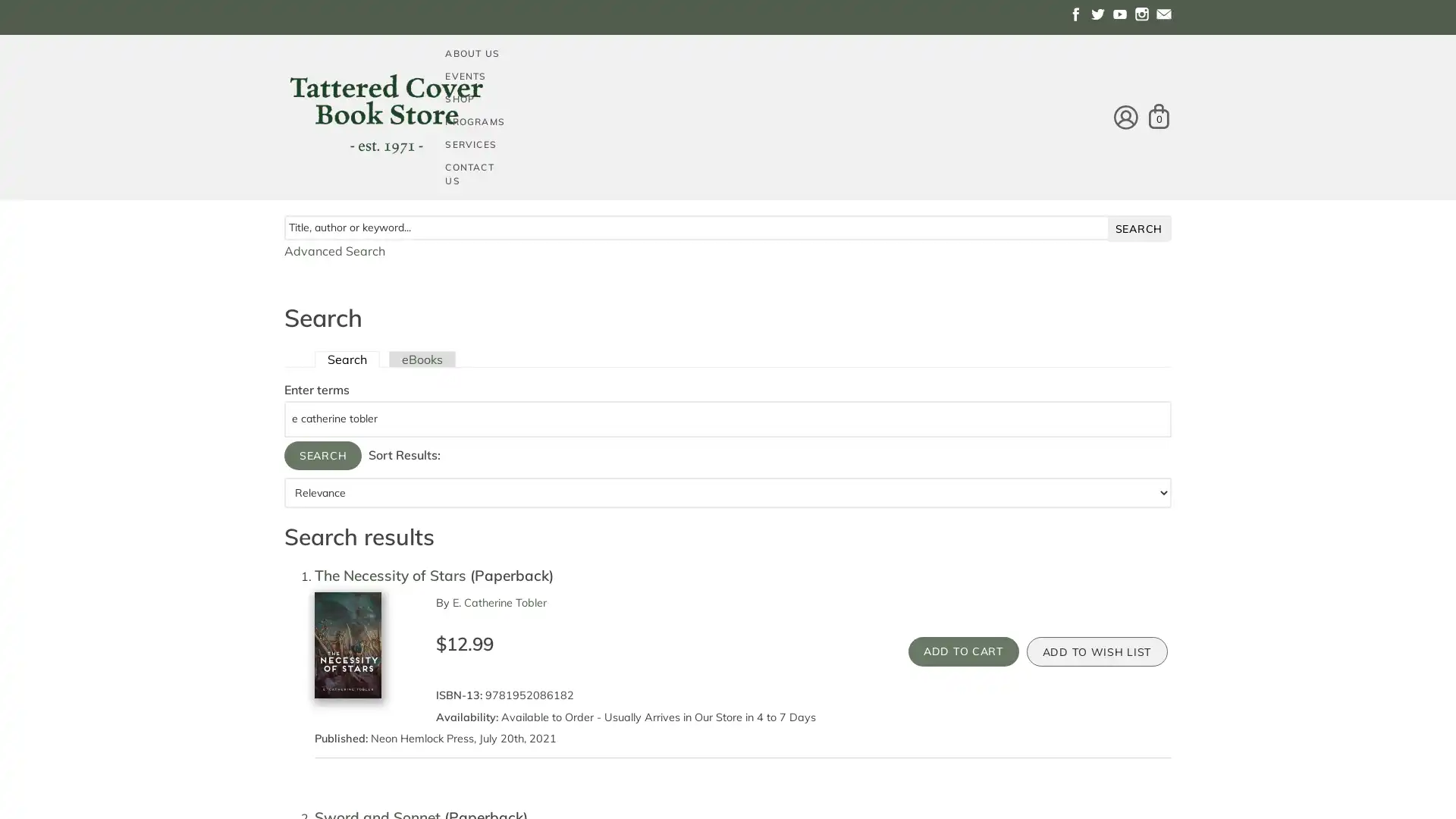  I want to click on Search, so click(322, 454).